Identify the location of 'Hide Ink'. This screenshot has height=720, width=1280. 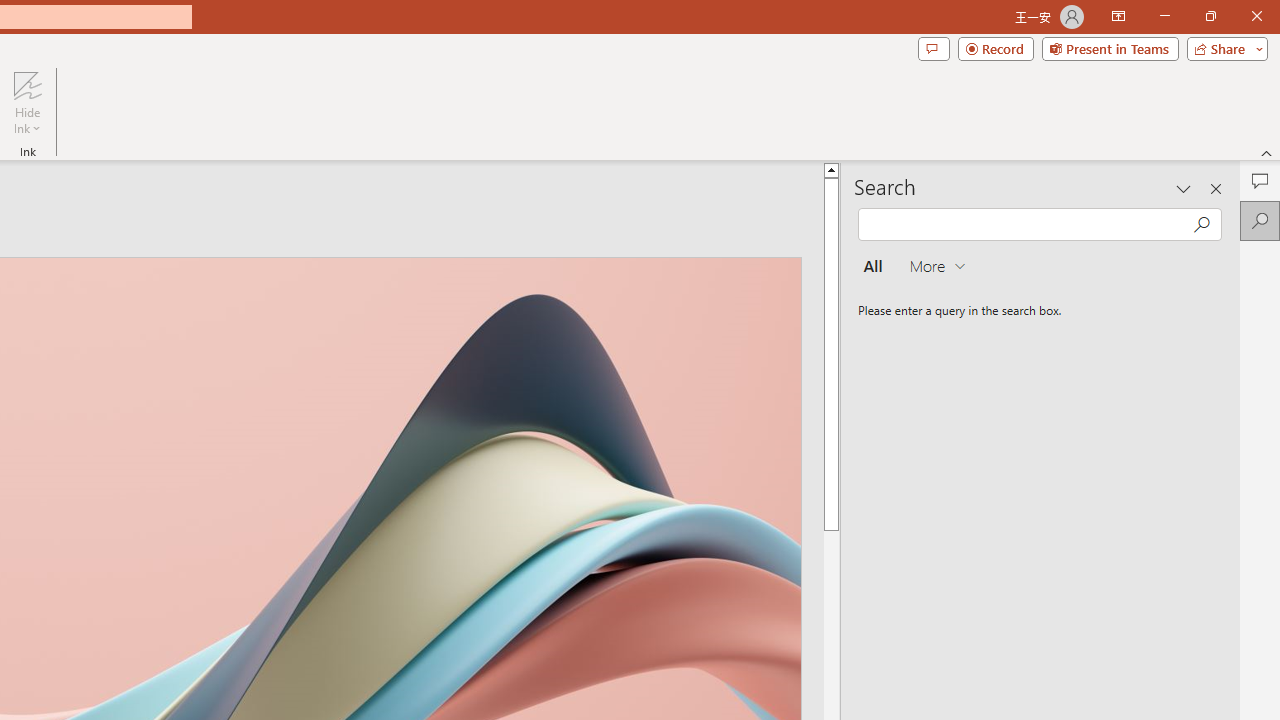
(27, 103).